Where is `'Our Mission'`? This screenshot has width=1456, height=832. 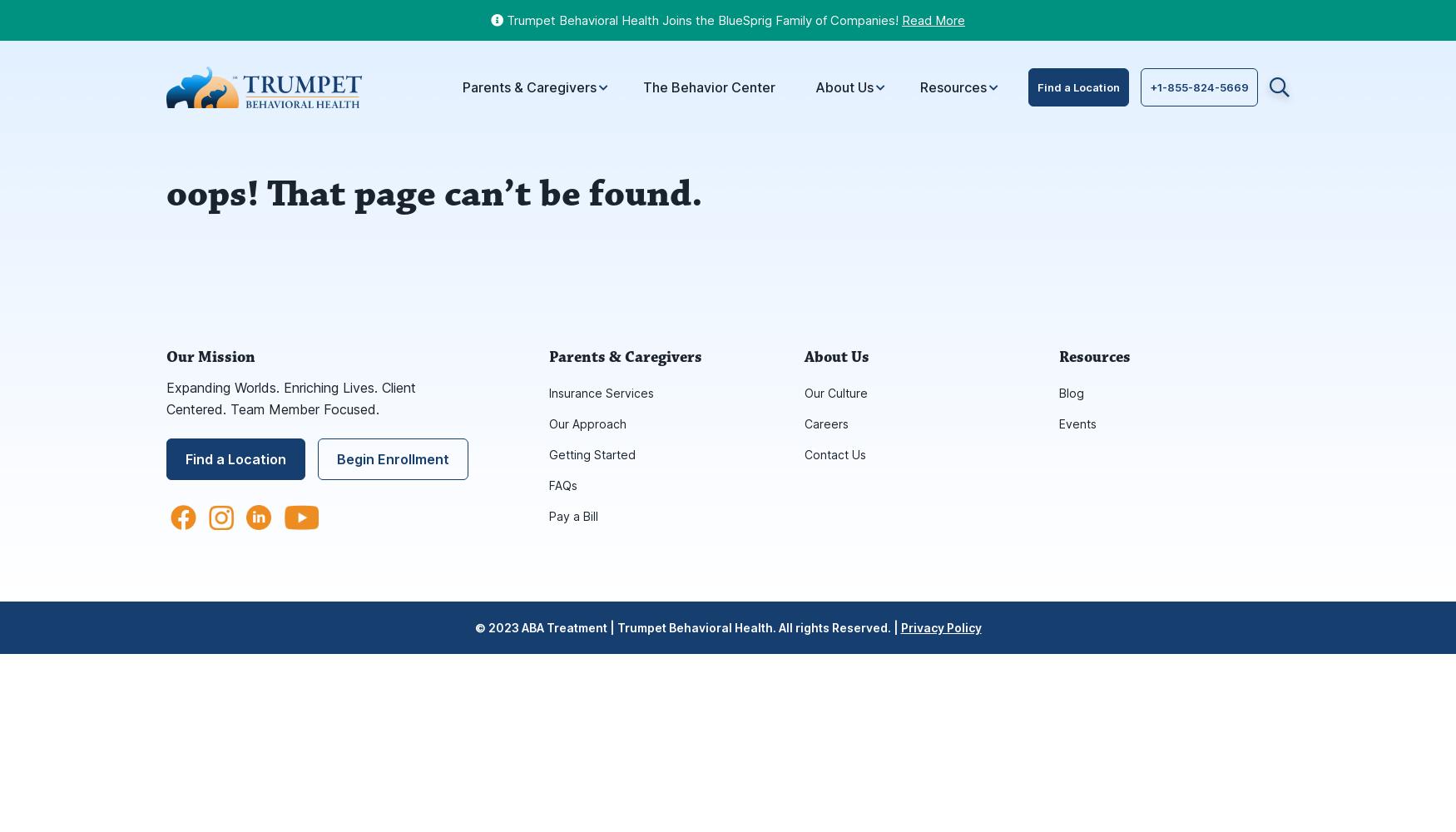
'Our Mission' is located at coordinates (210, 357).